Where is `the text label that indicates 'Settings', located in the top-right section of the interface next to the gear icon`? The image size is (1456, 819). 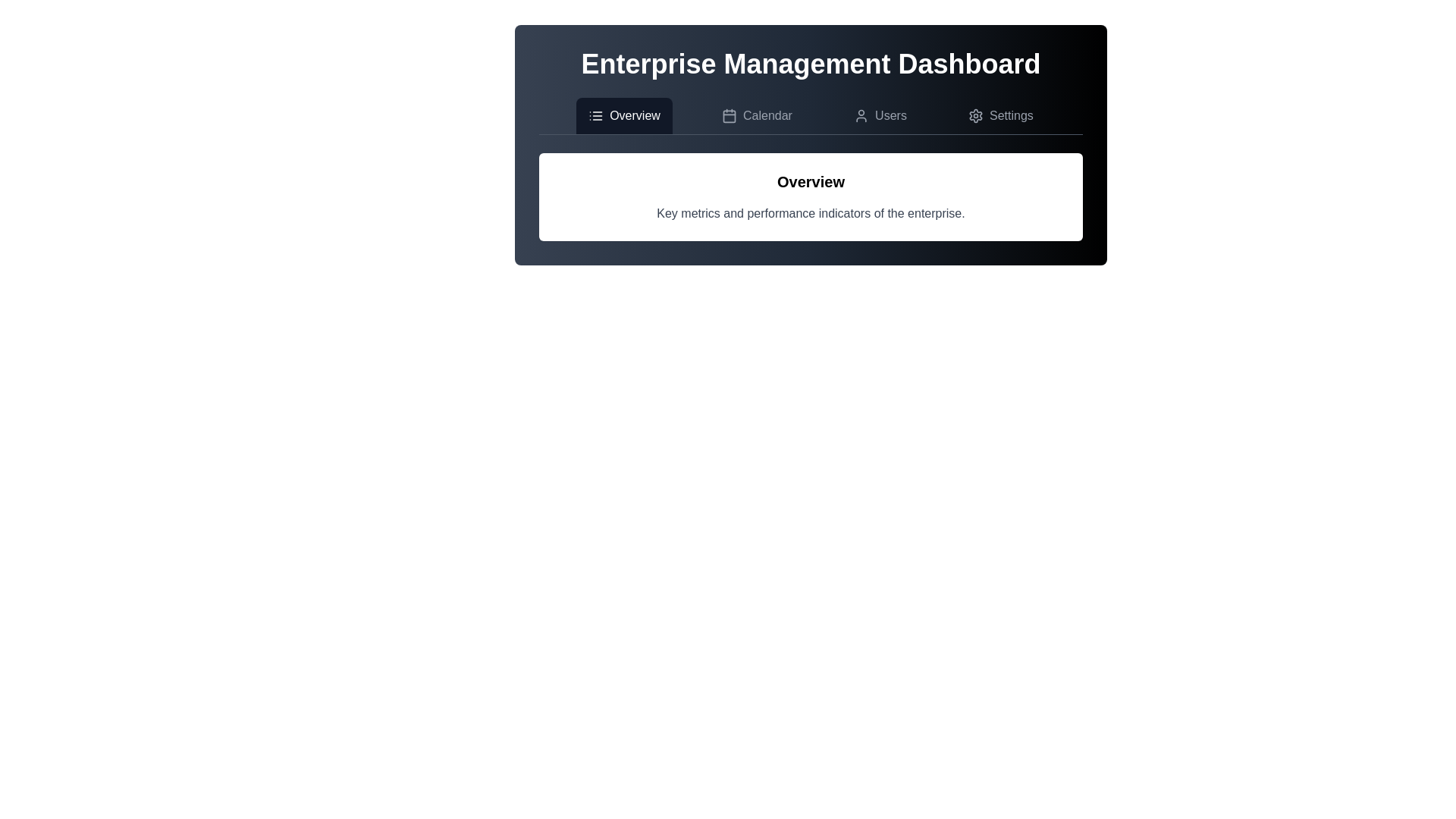
the text label that indicates 'Settings', located in the top-right section of the interface next to the gear icon is located at coordinates (1012, 115).